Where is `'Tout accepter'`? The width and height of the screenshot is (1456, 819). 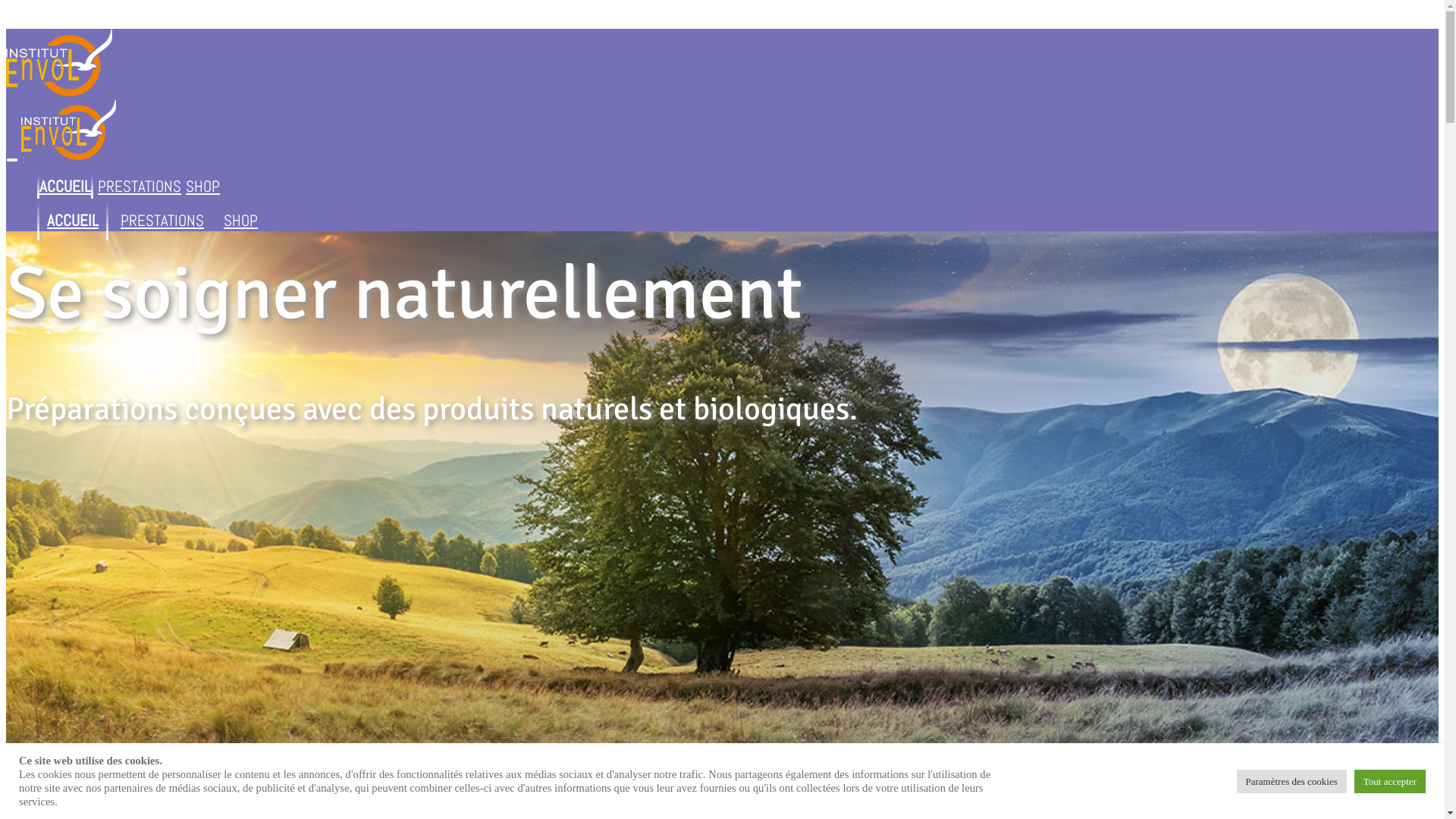 'Tout accepter' is located at coordinates (1390, 780).